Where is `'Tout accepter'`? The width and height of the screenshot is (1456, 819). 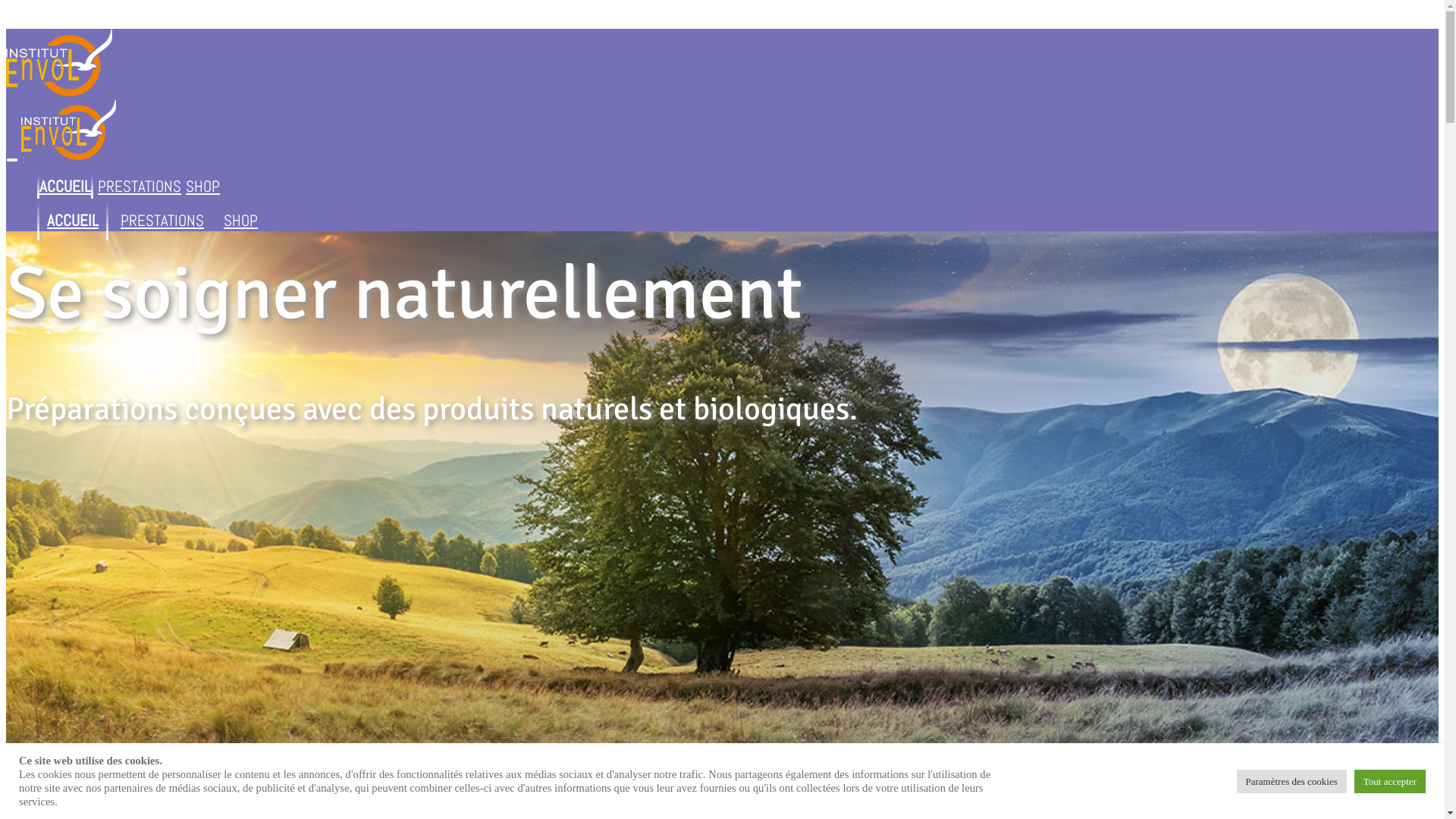 'Tout accepter' is located at coordinates (1390, 780).